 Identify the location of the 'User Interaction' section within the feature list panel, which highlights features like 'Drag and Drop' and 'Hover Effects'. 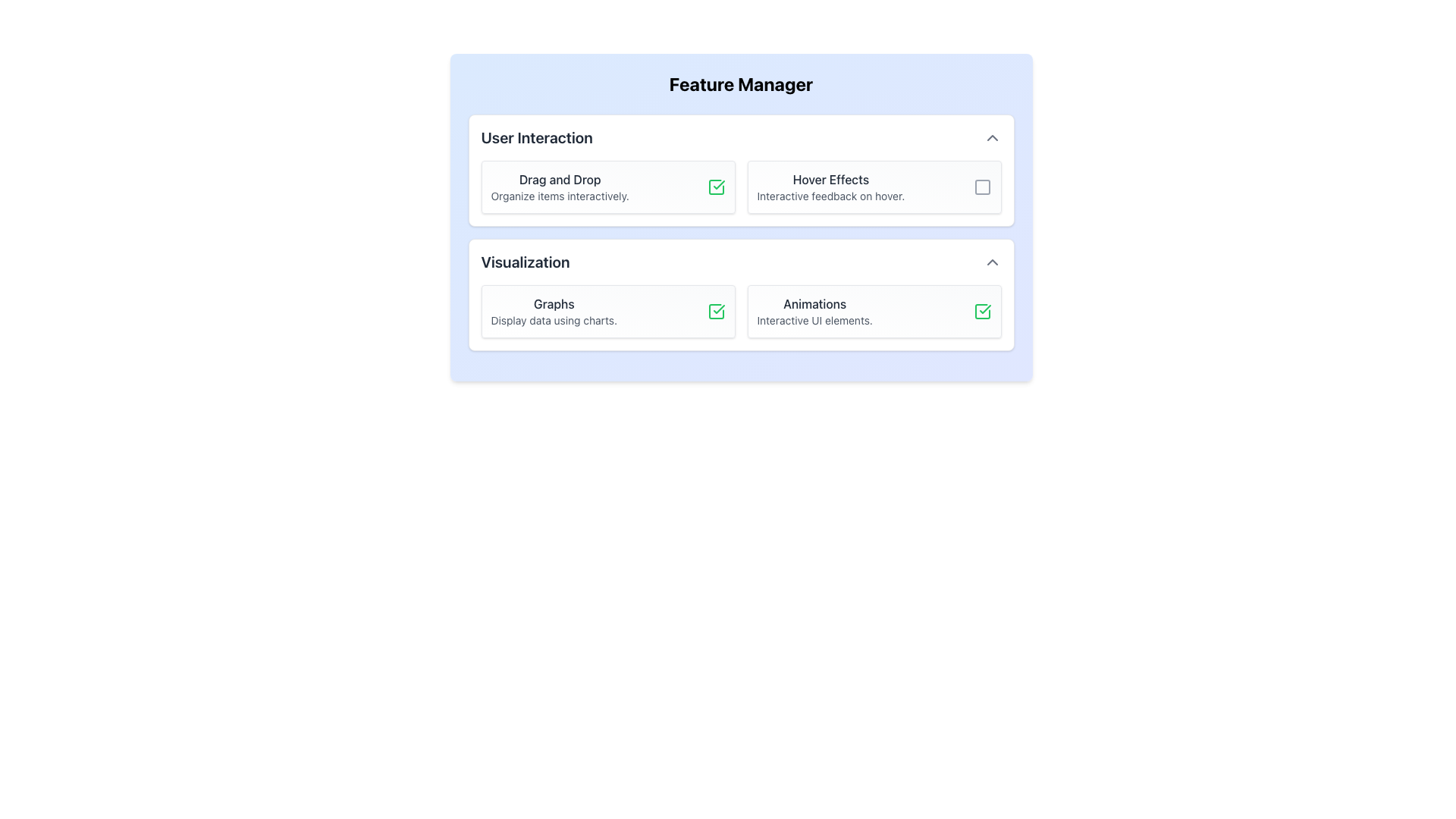
(741, 170).